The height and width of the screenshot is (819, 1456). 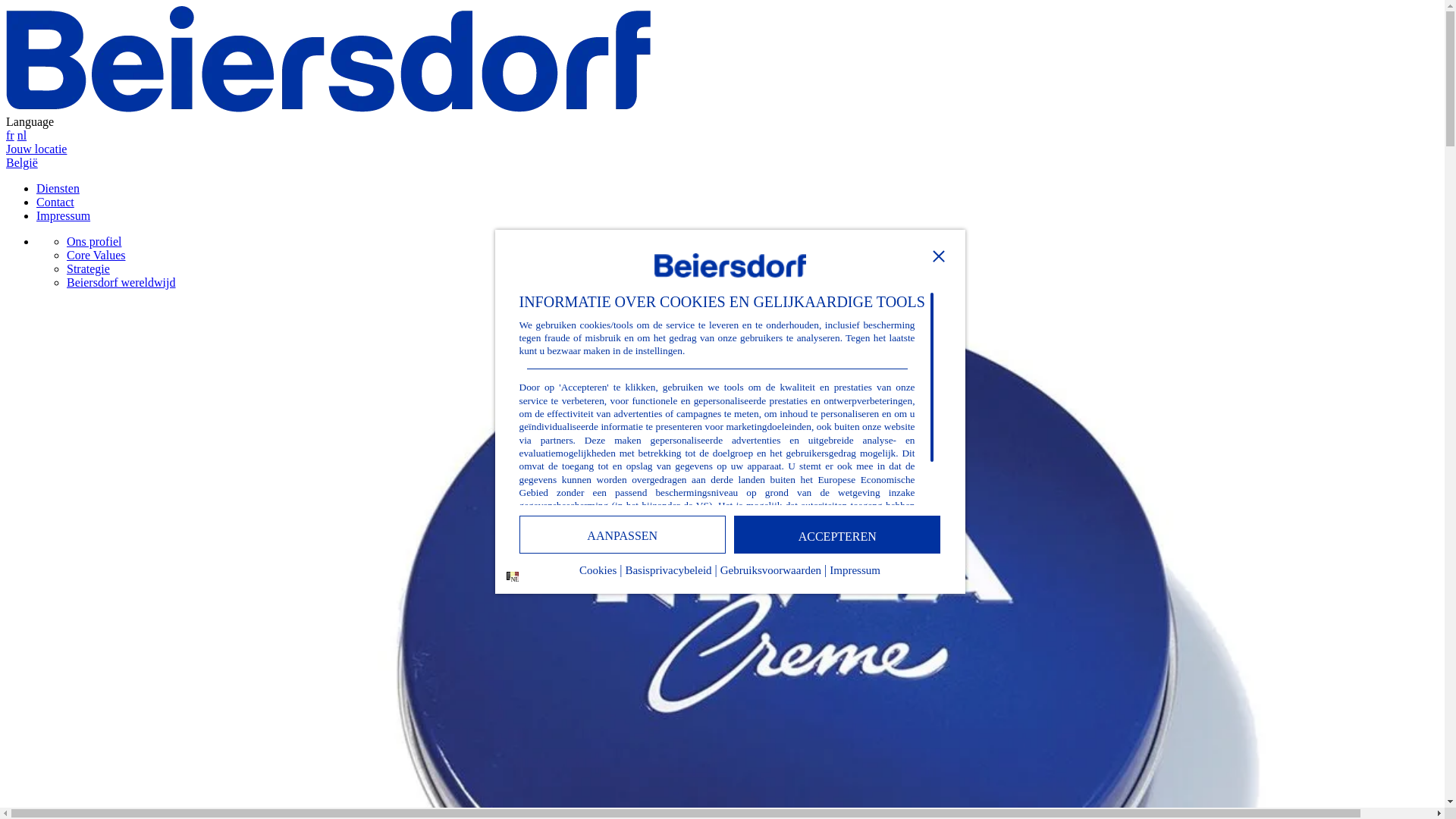 What do you see at coordinates (6, 134) in the screenshot?
I see `'fr'` at bounding box center [6, 134].